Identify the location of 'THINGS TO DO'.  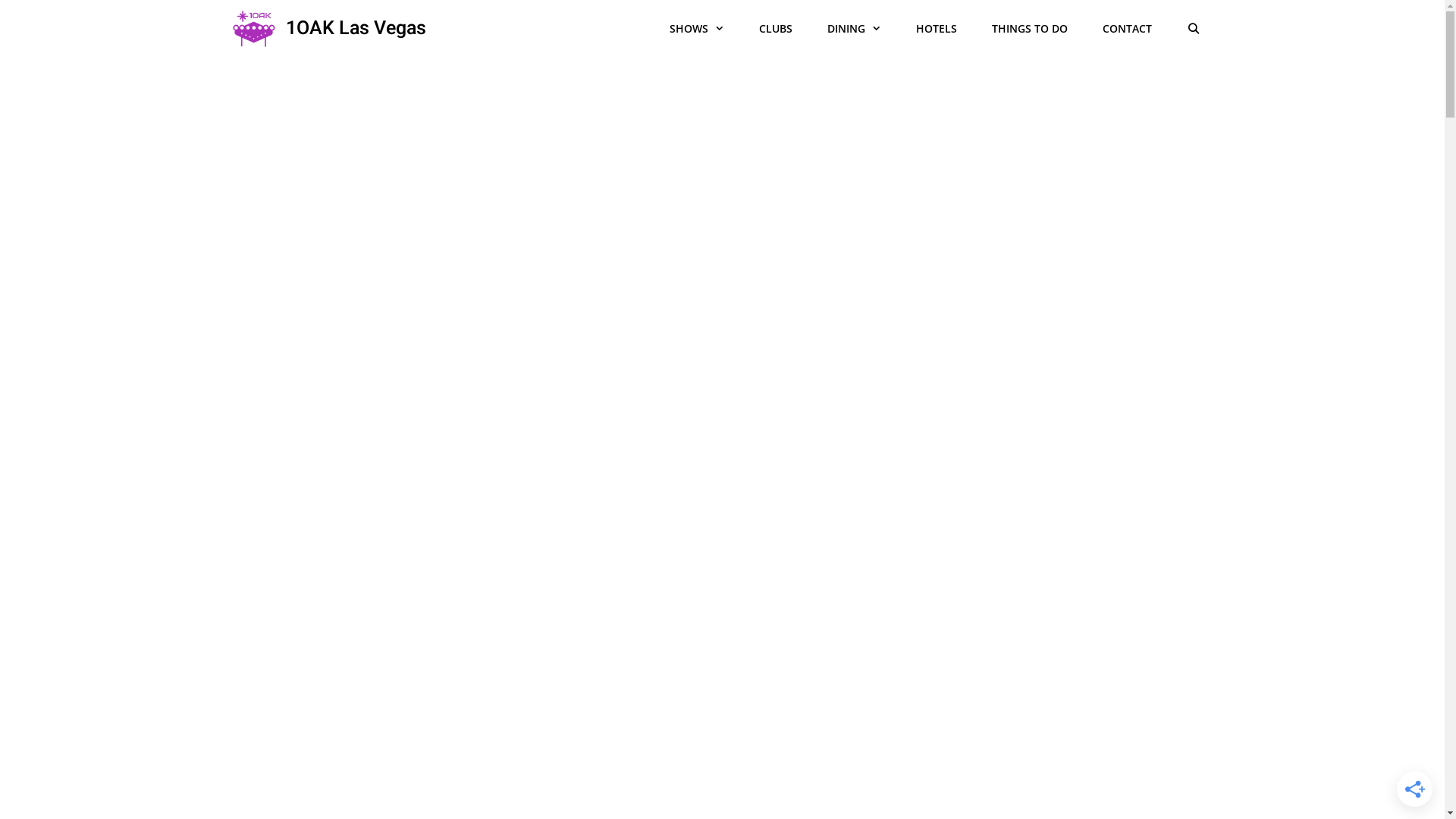
(1030, 29).